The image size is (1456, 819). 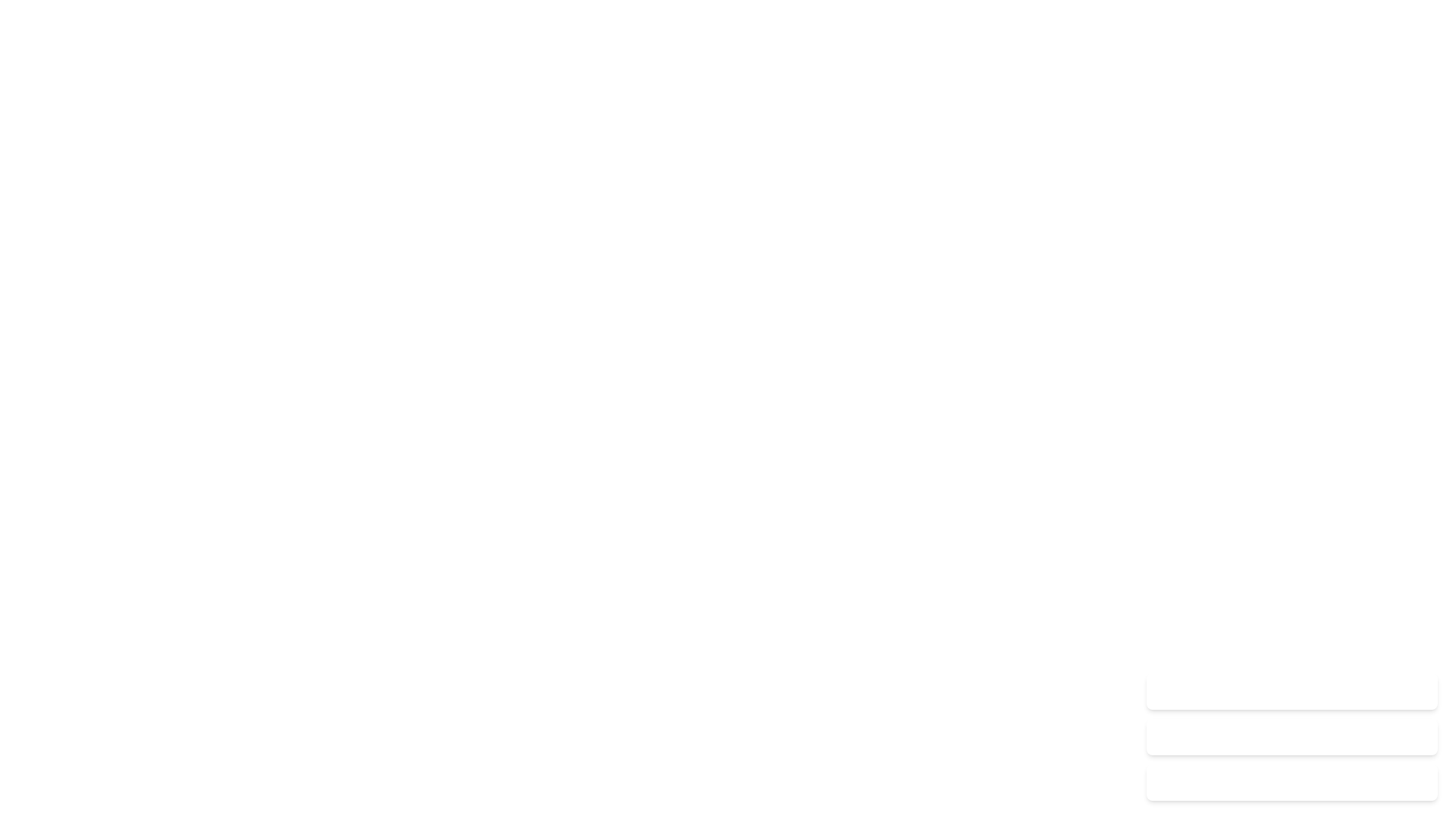 What do you see at coordinates (1419, 783) in the screenshot?
I see `the circular SVG element located in the lower-right corner of the interface` at bounding box center [1419, 783].